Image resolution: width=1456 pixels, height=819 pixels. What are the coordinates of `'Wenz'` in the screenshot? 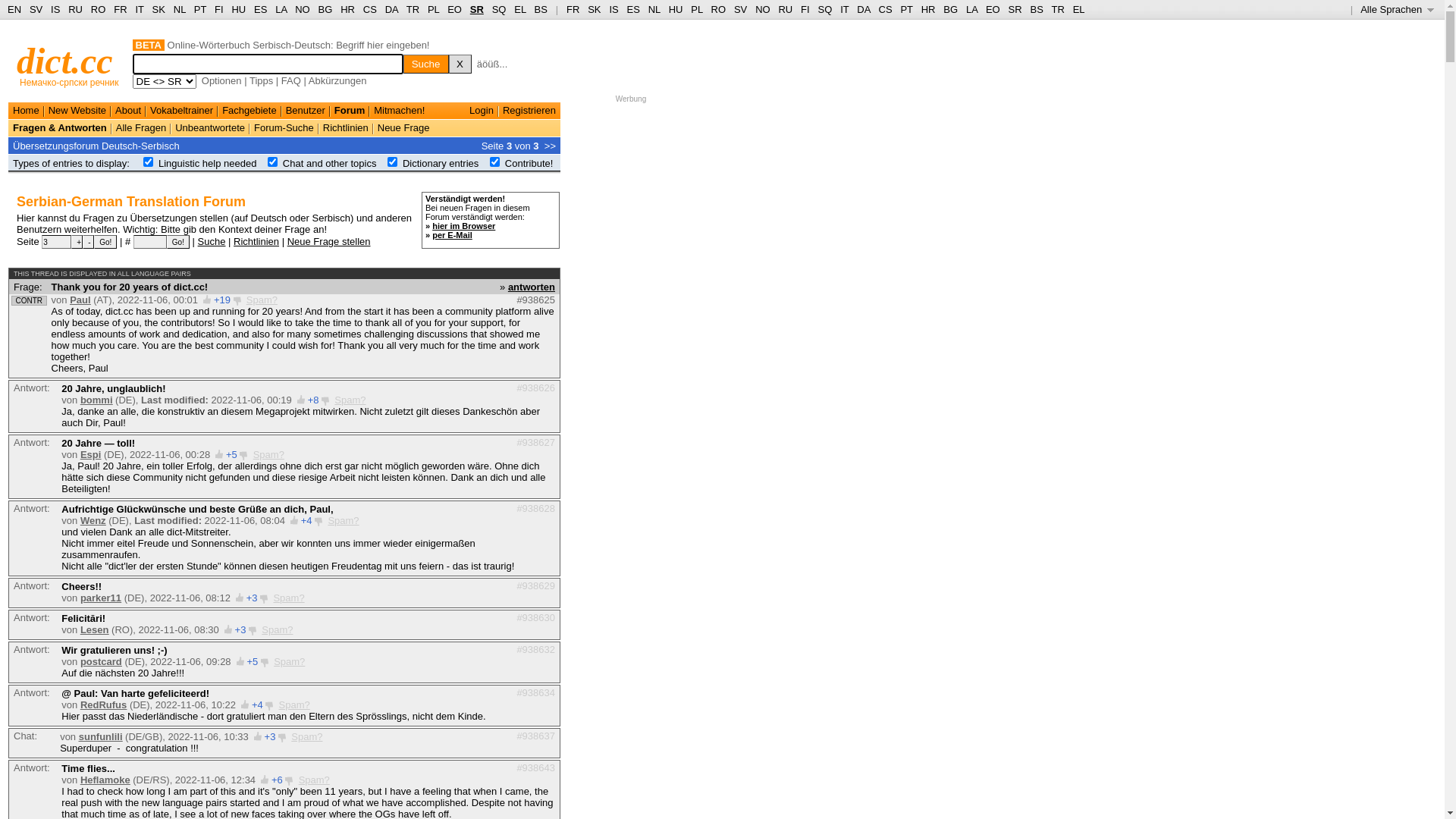 It's located at (93, 519).